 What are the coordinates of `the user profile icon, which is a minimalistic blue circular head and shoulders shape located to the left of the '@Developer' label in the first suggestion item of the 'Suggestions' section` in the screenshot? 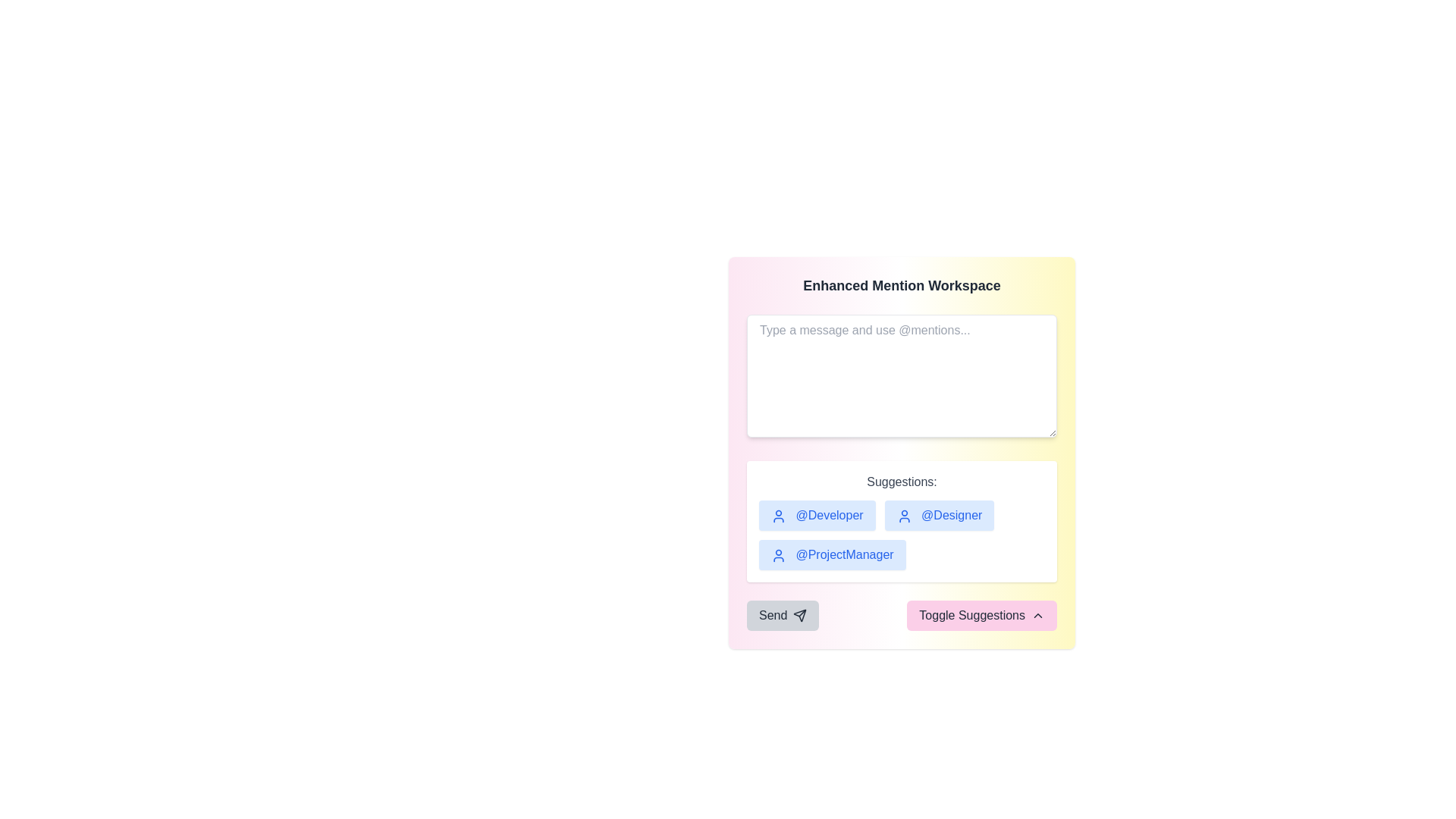 It's located at (779, 516).